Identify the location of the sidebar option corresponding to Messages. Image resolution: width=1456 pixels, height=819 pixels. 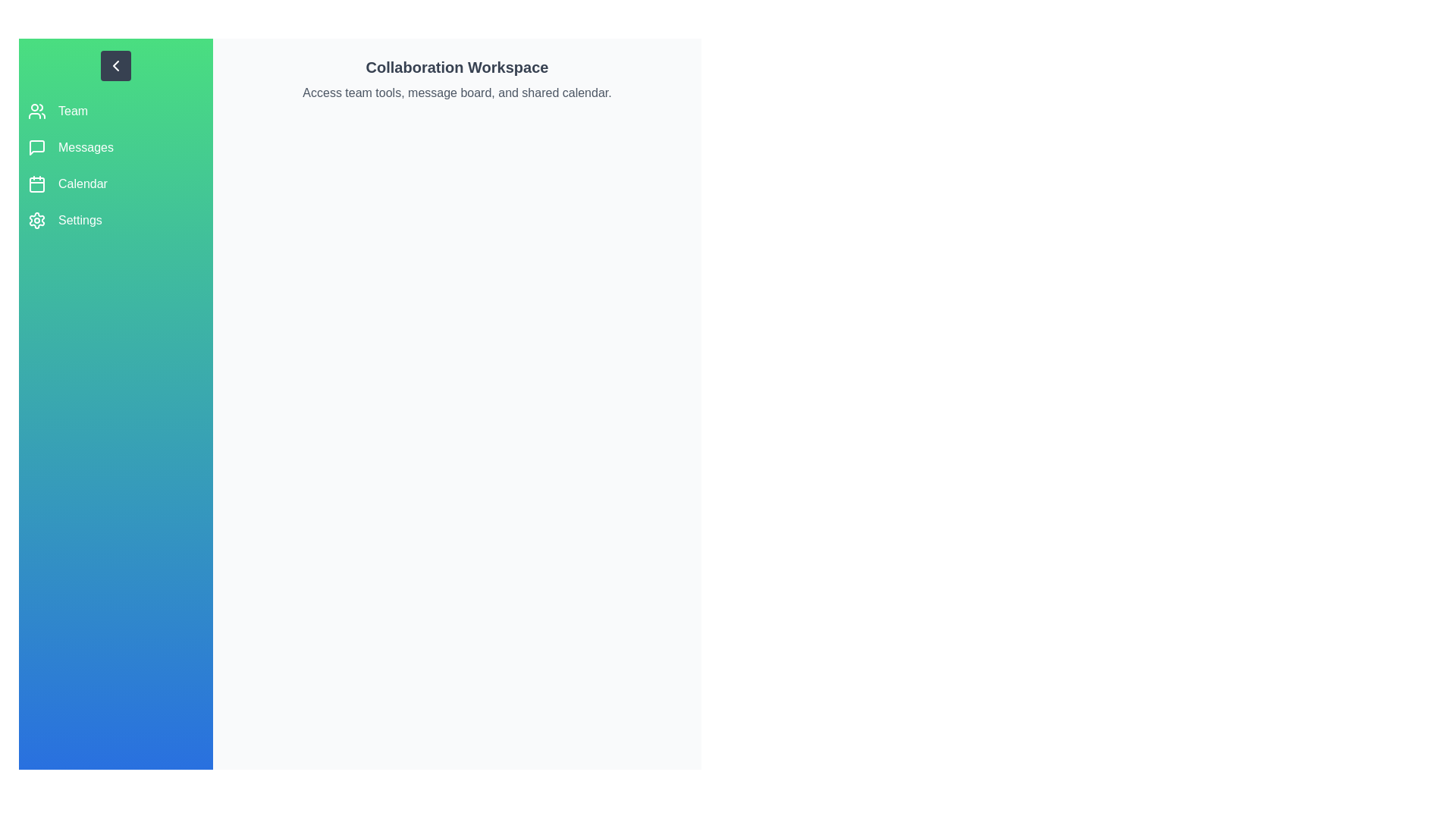
(115, 148).